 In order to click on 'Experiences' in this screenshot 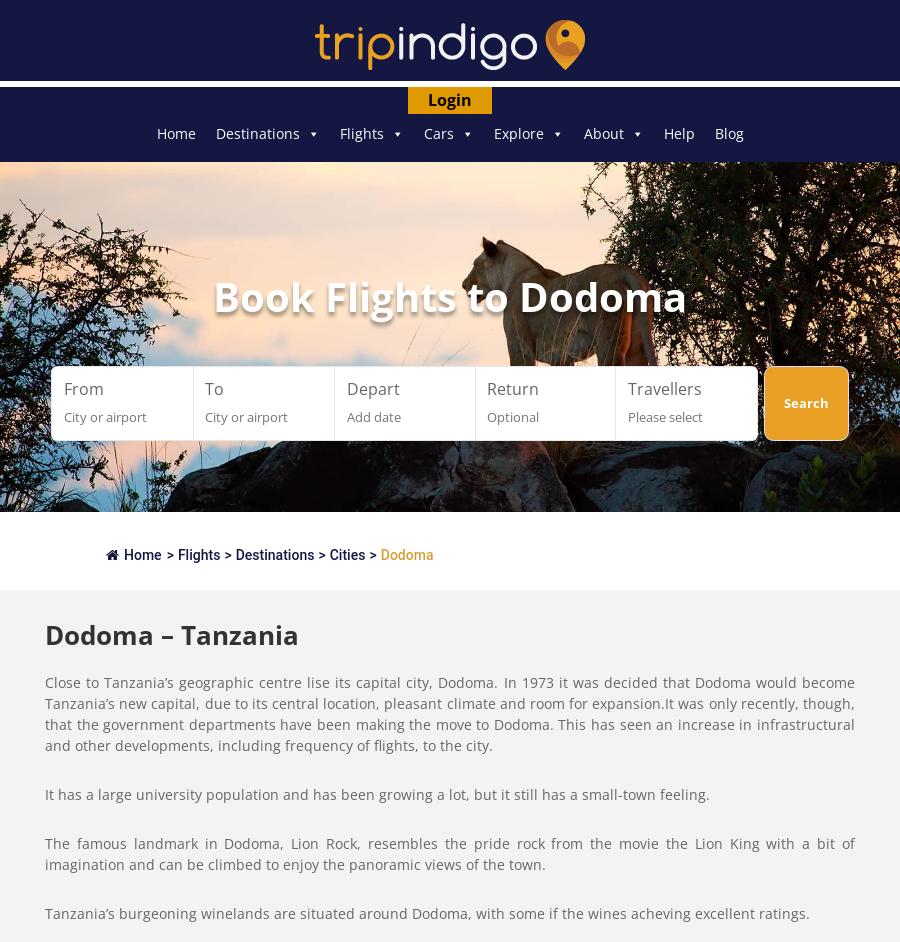, I will do `click(532, 170)`.